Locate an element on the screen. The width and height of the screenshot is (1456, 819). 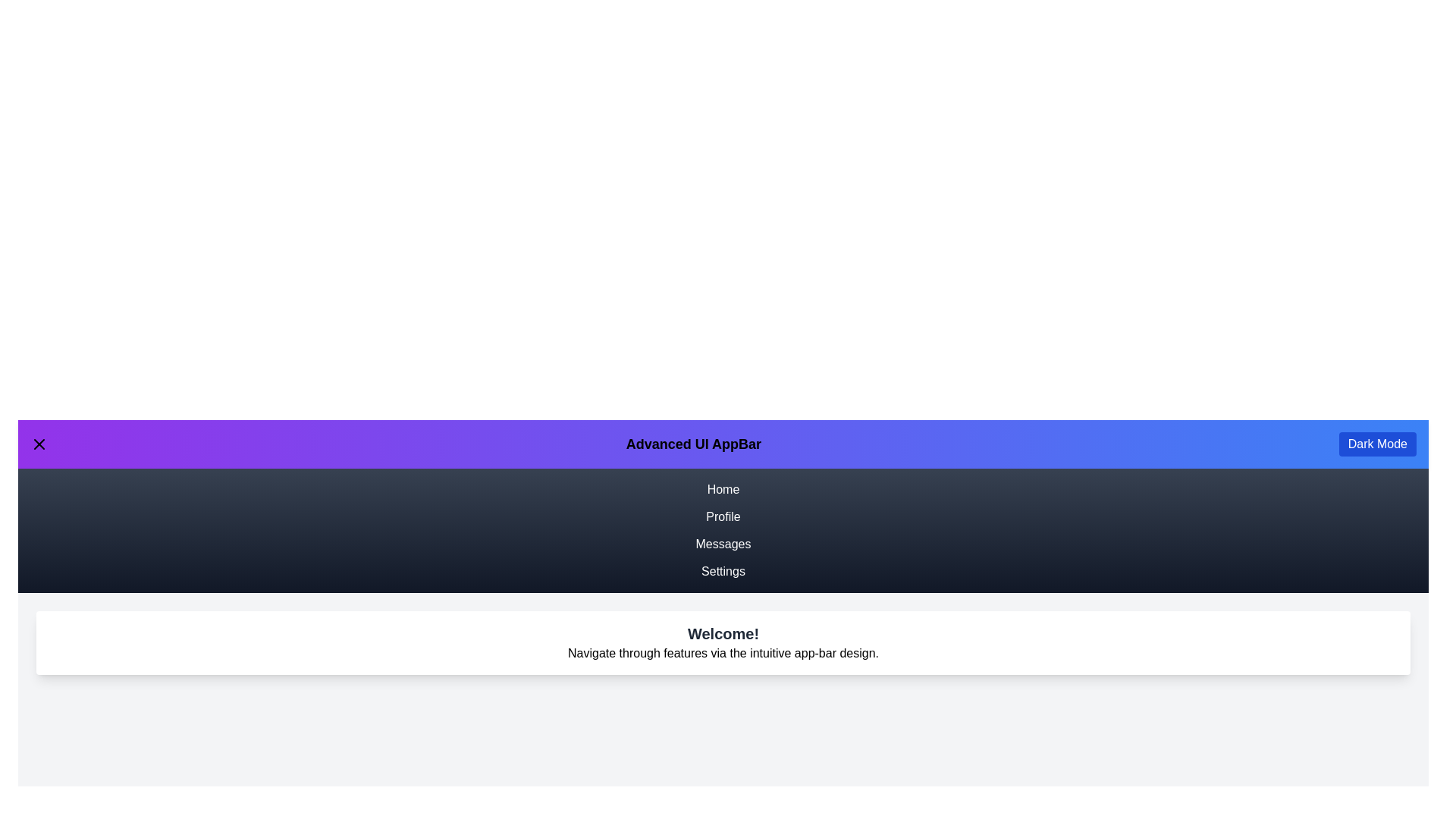
the navigation link Settings is located at coordinates (723, 571).